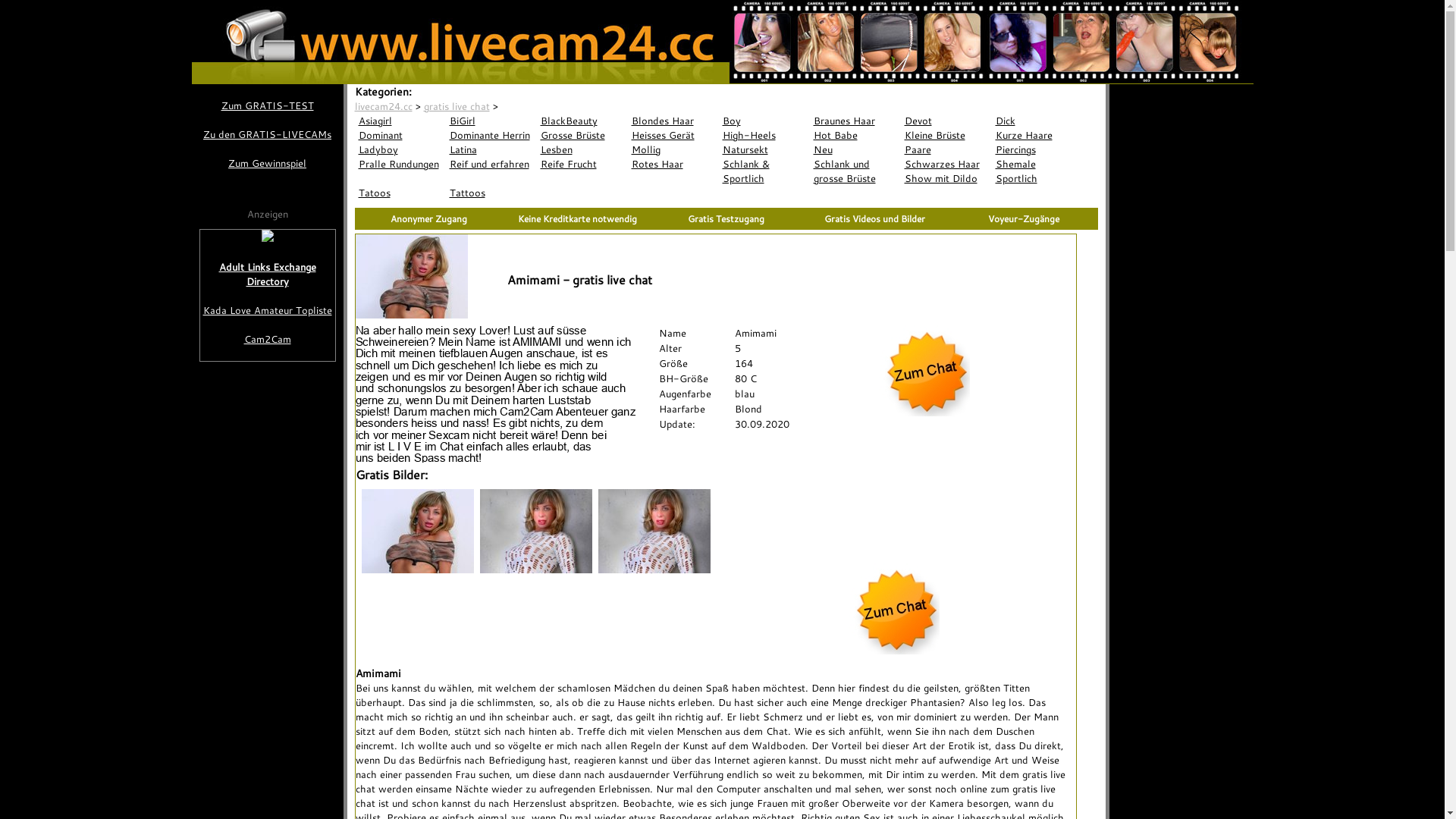 This screenshot has width=1456, height=819. Describe the element at coordinates (855, 134) in the screenshot. I see `'Hot Babe'` at that location.